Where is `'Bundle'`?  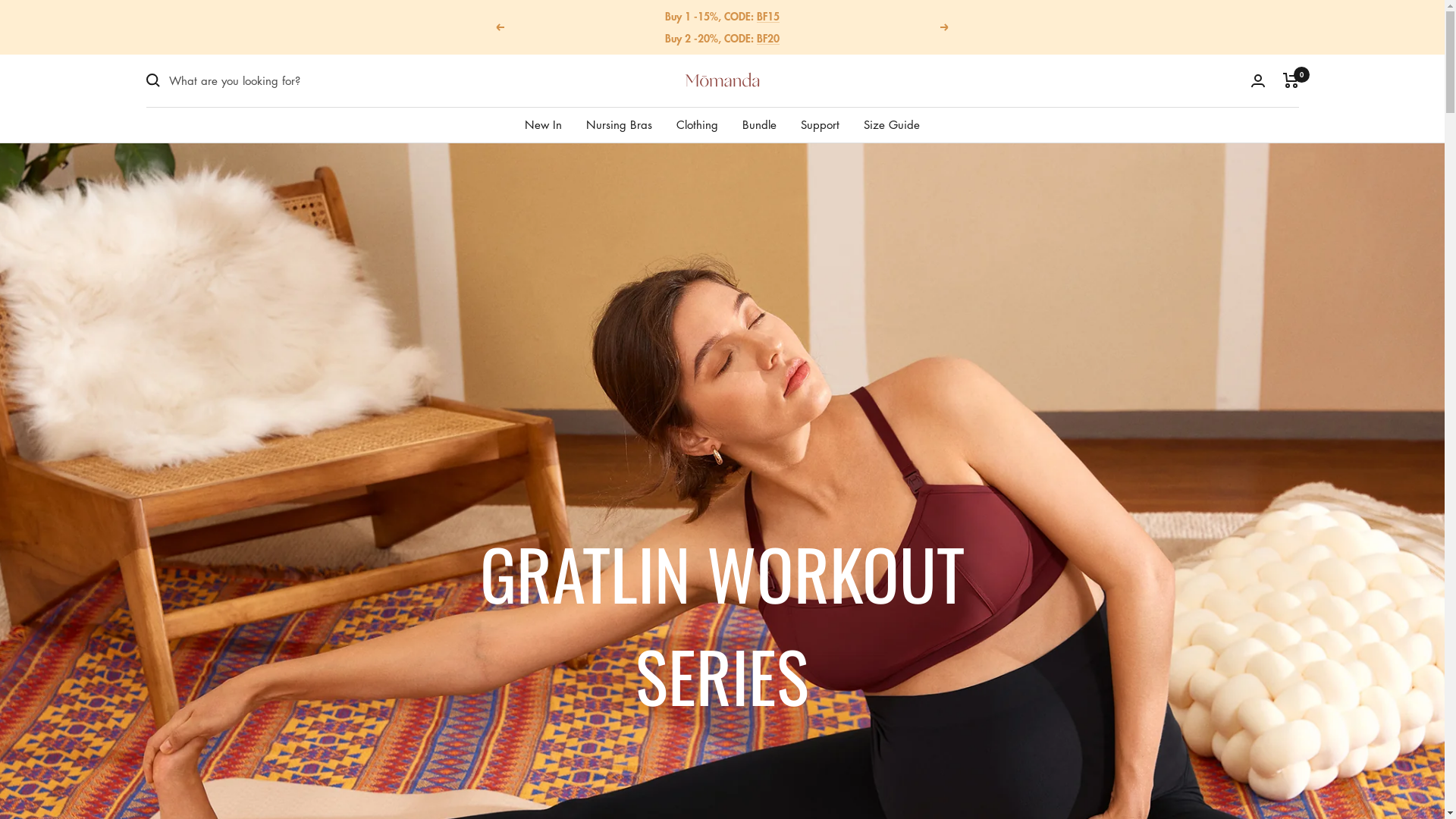 'Bundle' is located at coordinates (759, 122).